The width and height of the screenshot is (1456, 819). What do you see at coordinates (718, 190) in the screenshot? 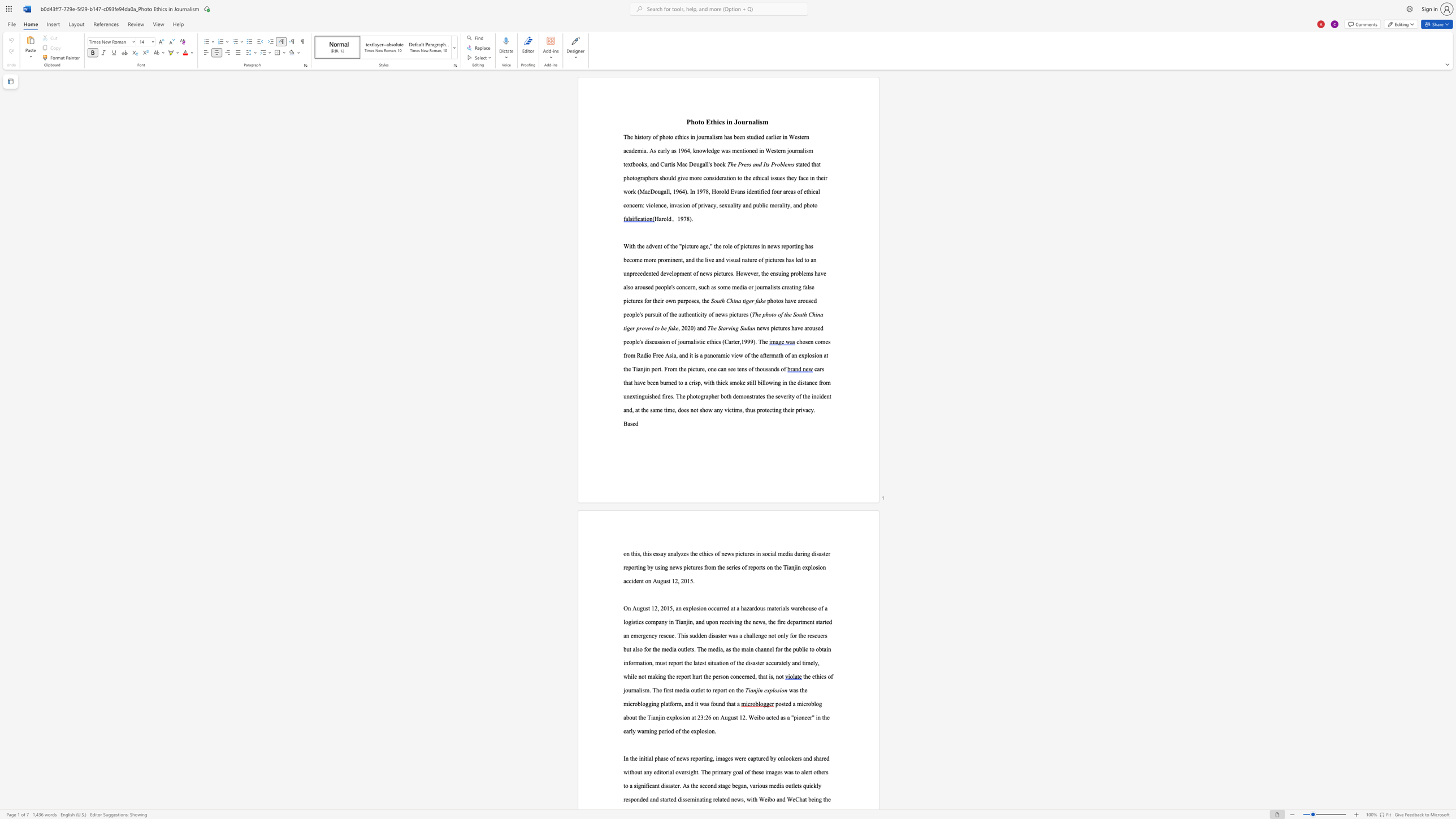
I see `the subset text "rold Eva" within the text ". In 1978, Horold Evans"` at bounding box center [718, 190].